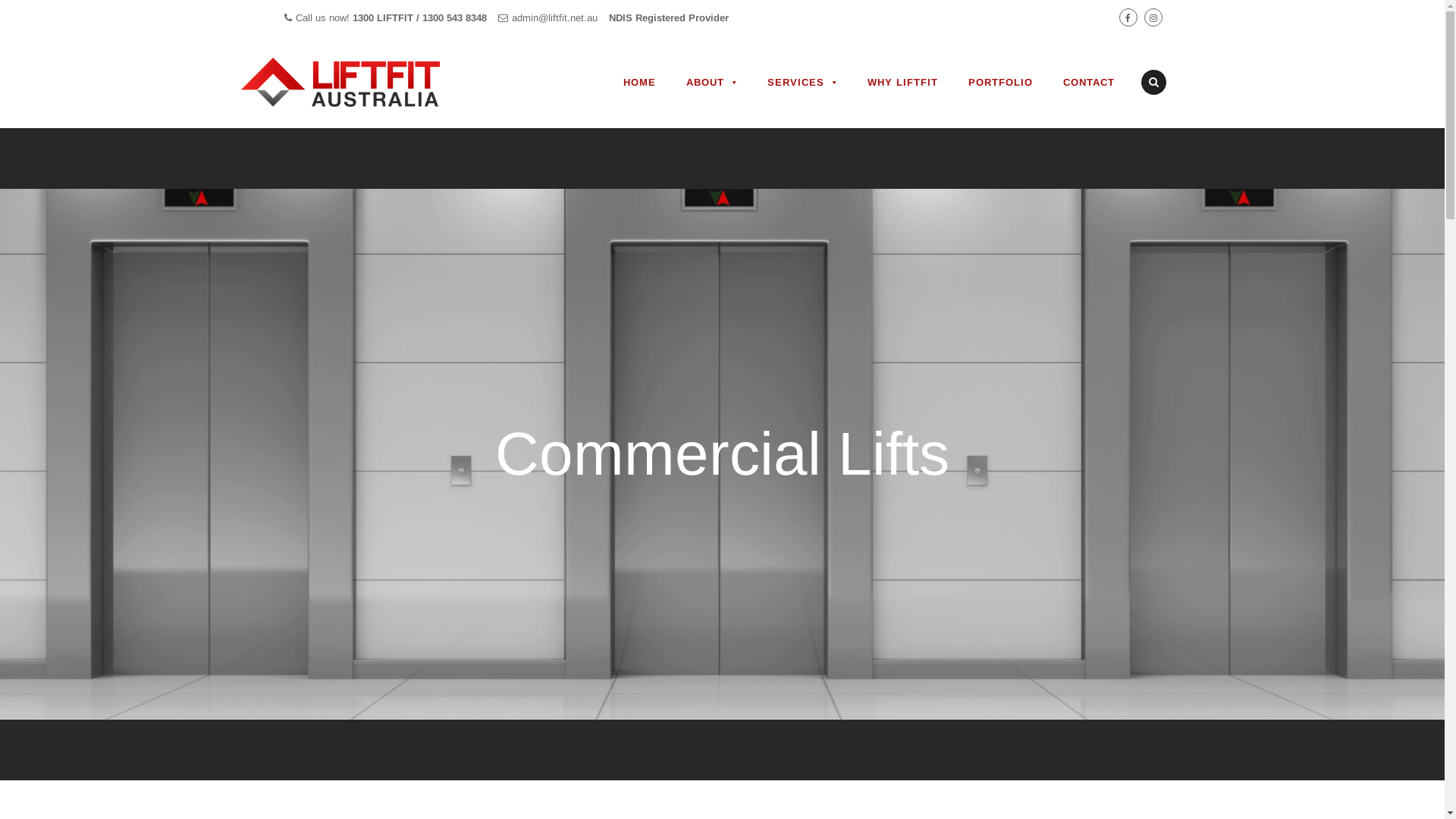 This screenshot has width=1456, height=819. Describe the element at coordinates (510, 17) in the screenshot. I see `'admin@liftfit.net.au'` at that location.